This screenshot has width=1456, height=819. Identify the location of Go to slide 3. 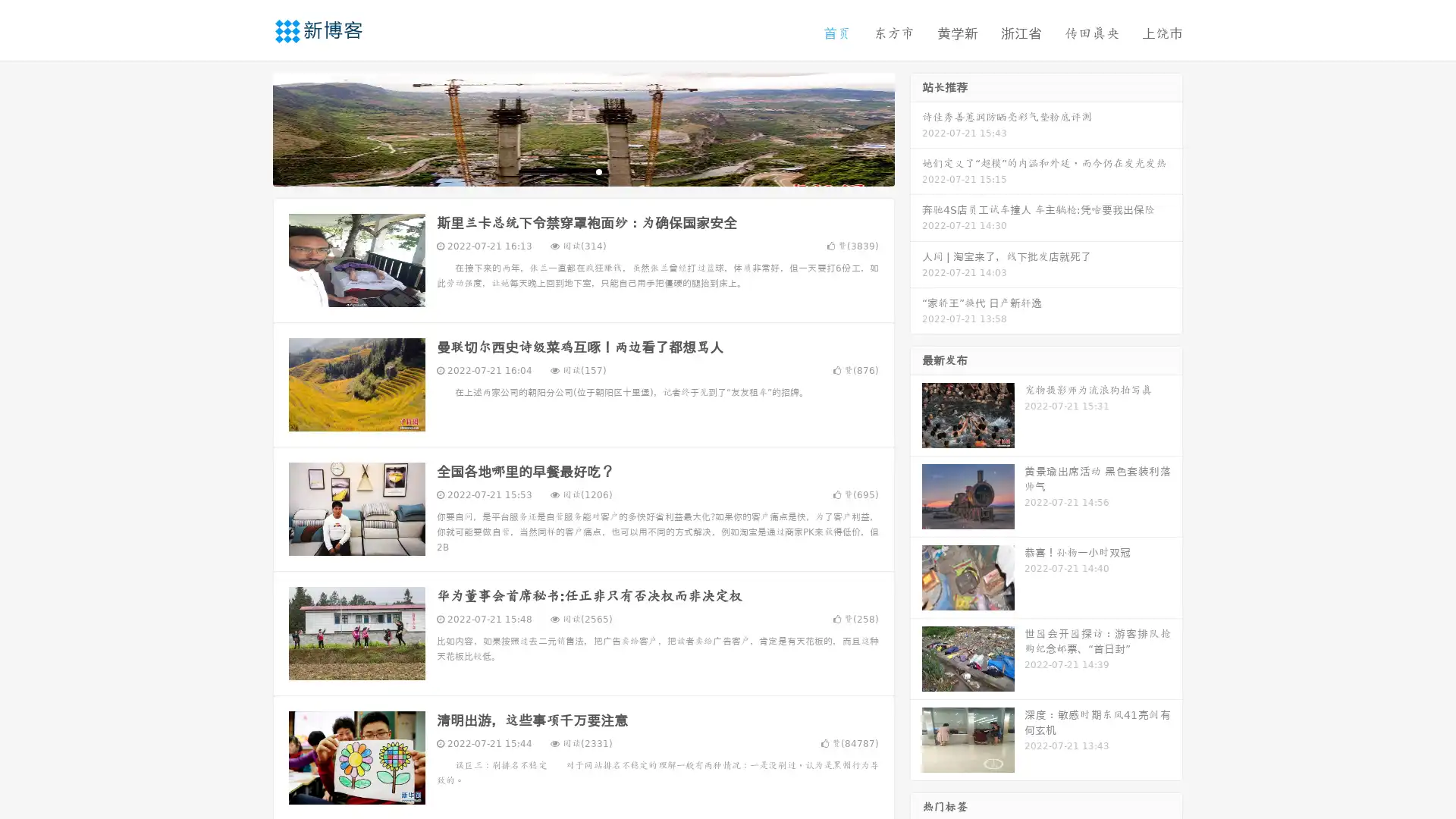
(598, 171).